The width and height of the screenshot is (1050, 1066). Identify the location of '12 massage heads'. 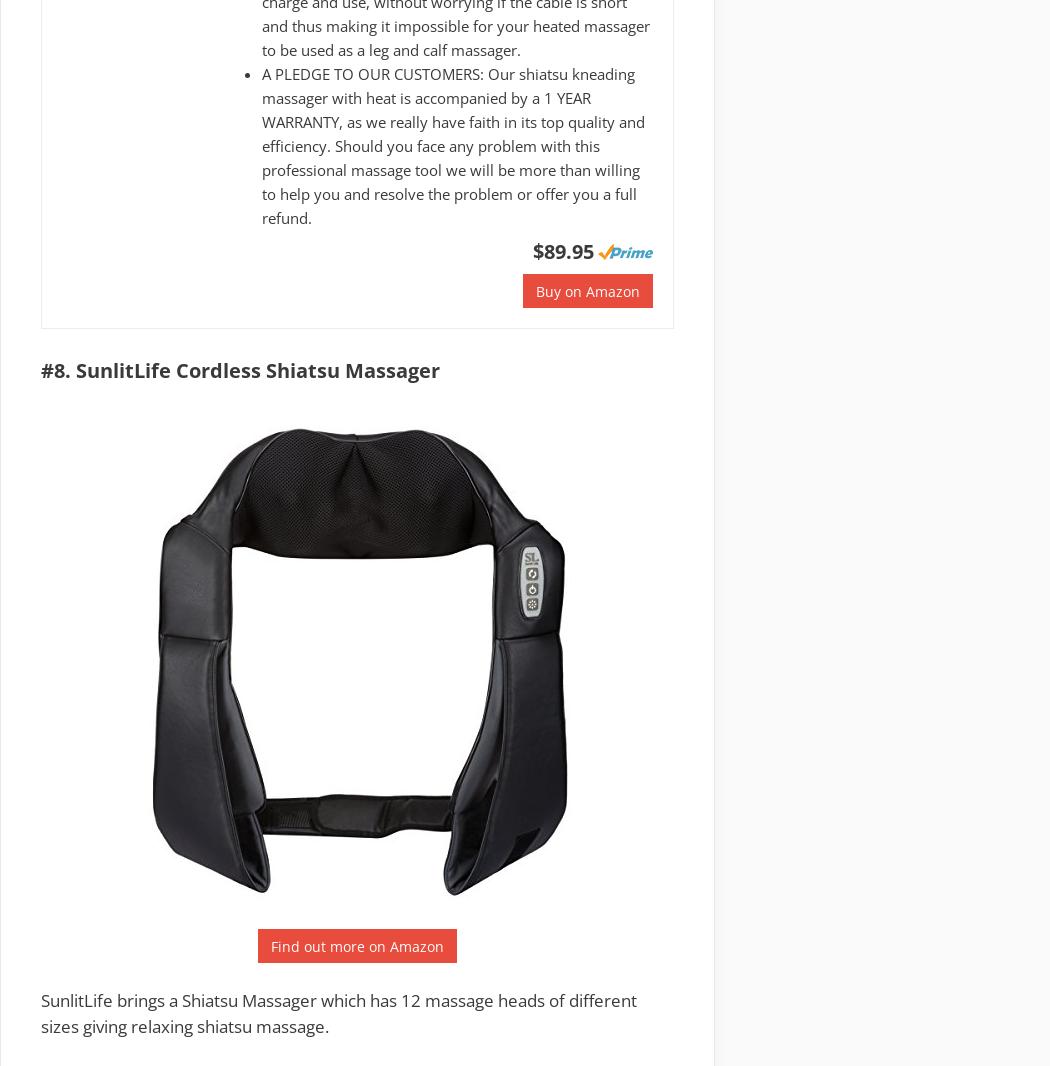
(473, 1000).